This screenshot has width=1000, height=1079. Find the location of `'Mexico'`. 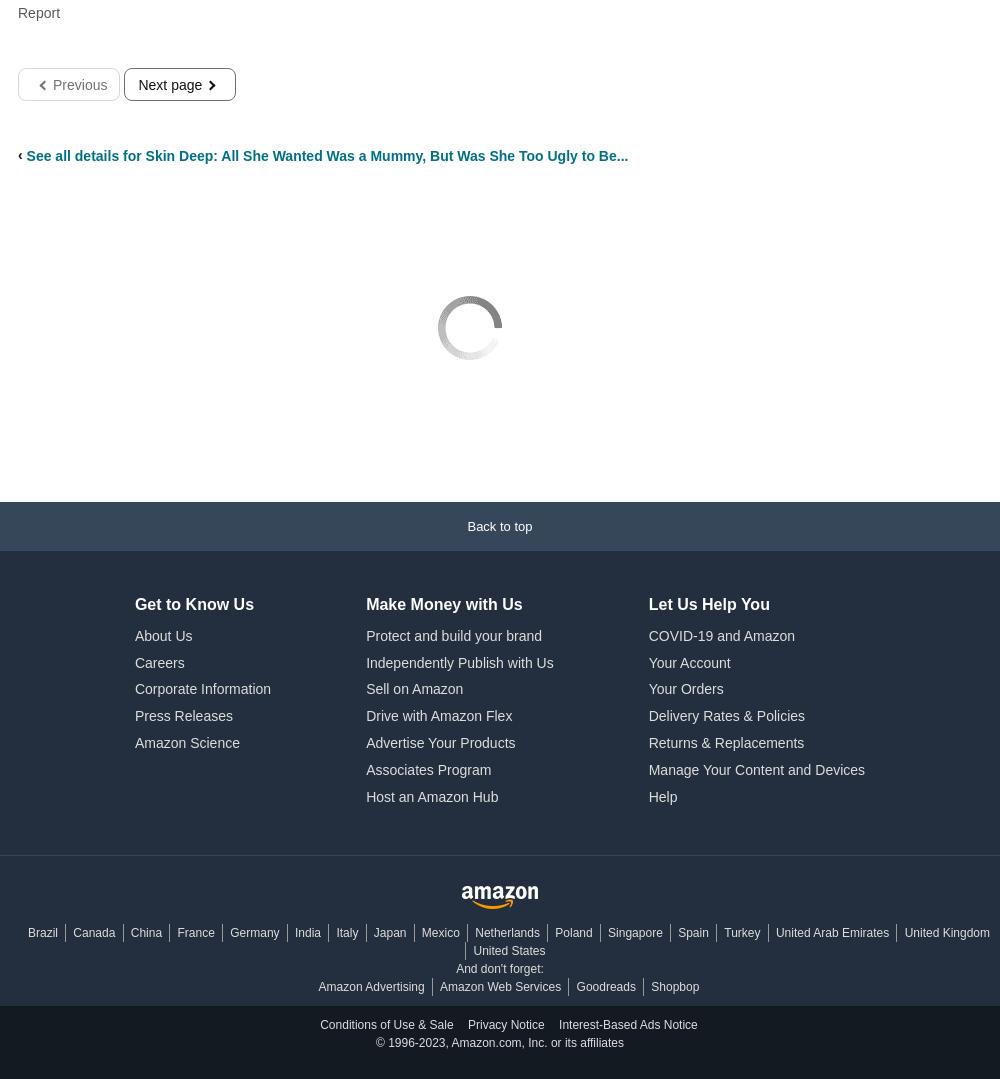

'Mexico' is located at coordinates (439, 933).